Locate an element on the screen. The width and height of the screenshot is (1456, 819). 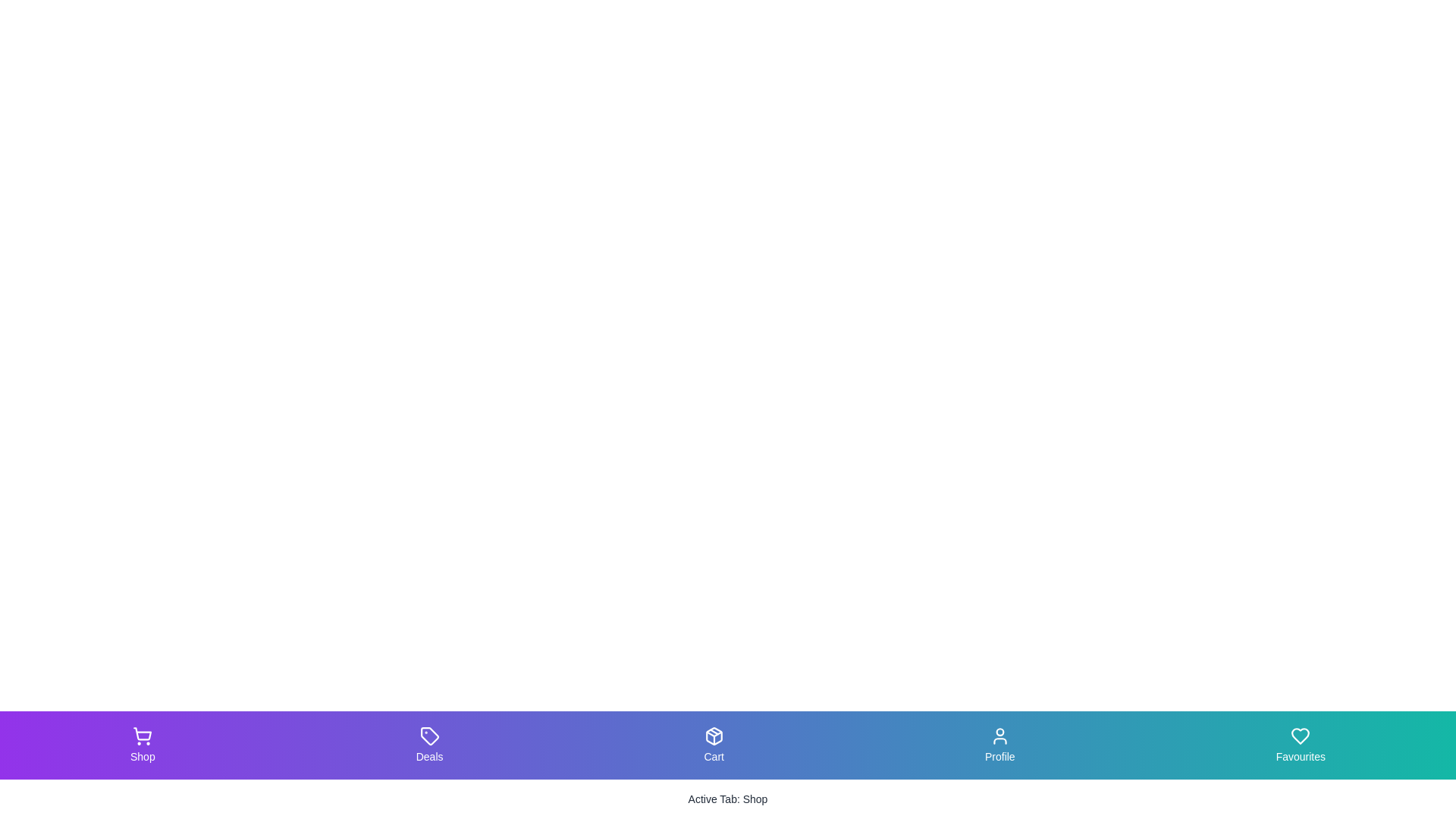
the tab labeled Cart to view its hover effect is located at coordinates (712, 745).